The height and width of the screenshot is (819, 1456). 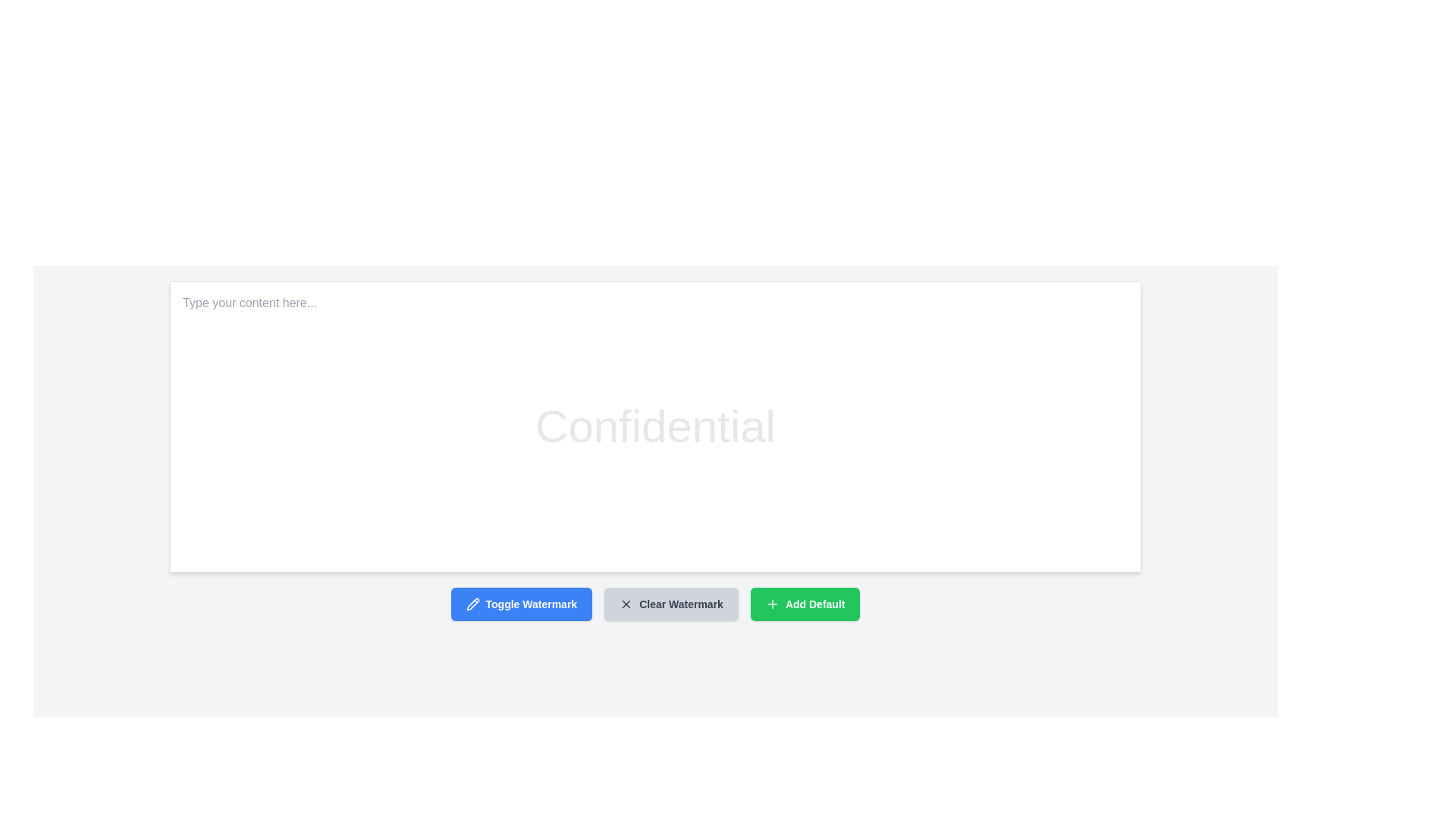 I want to click on the pencil-shaped icon rendered in outline style within the blue button labeled 'Toggle Watermark' as a visual indicator, so click(x=472, y=604).